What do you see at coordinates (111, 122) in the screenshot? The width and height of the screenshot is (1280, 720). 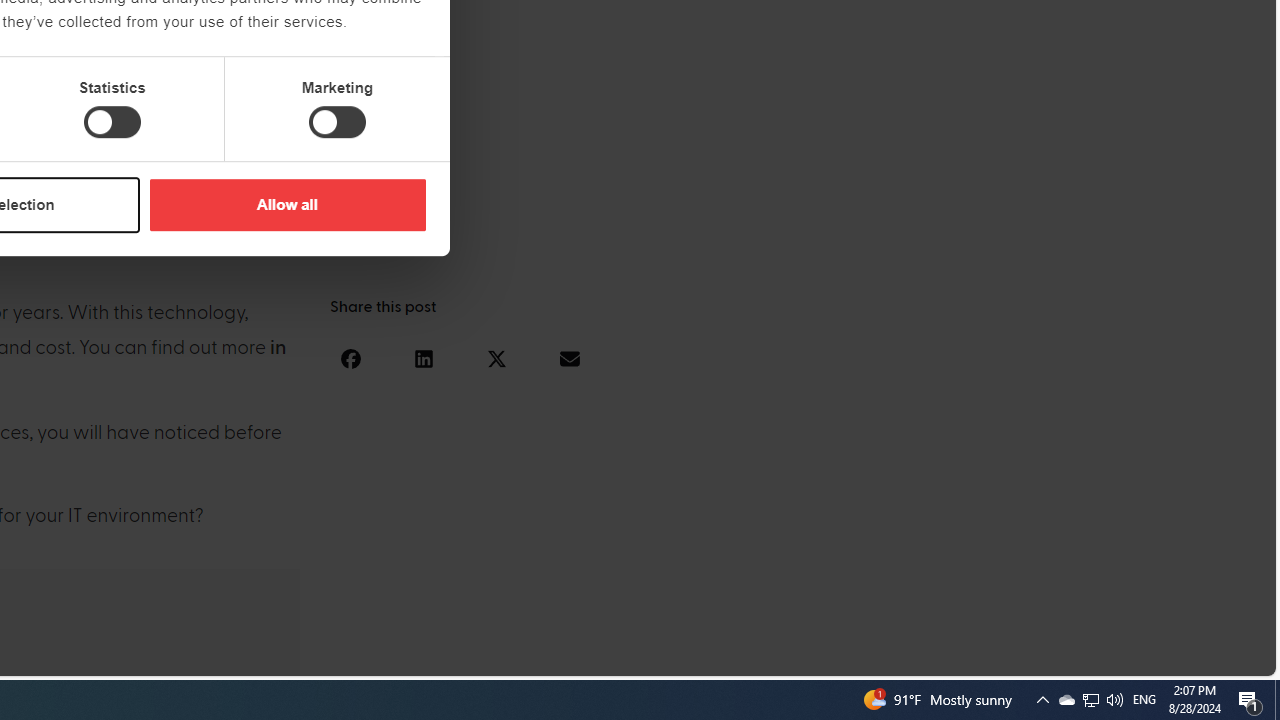 I see `'Statistics'` at bounding box center [111, 122].